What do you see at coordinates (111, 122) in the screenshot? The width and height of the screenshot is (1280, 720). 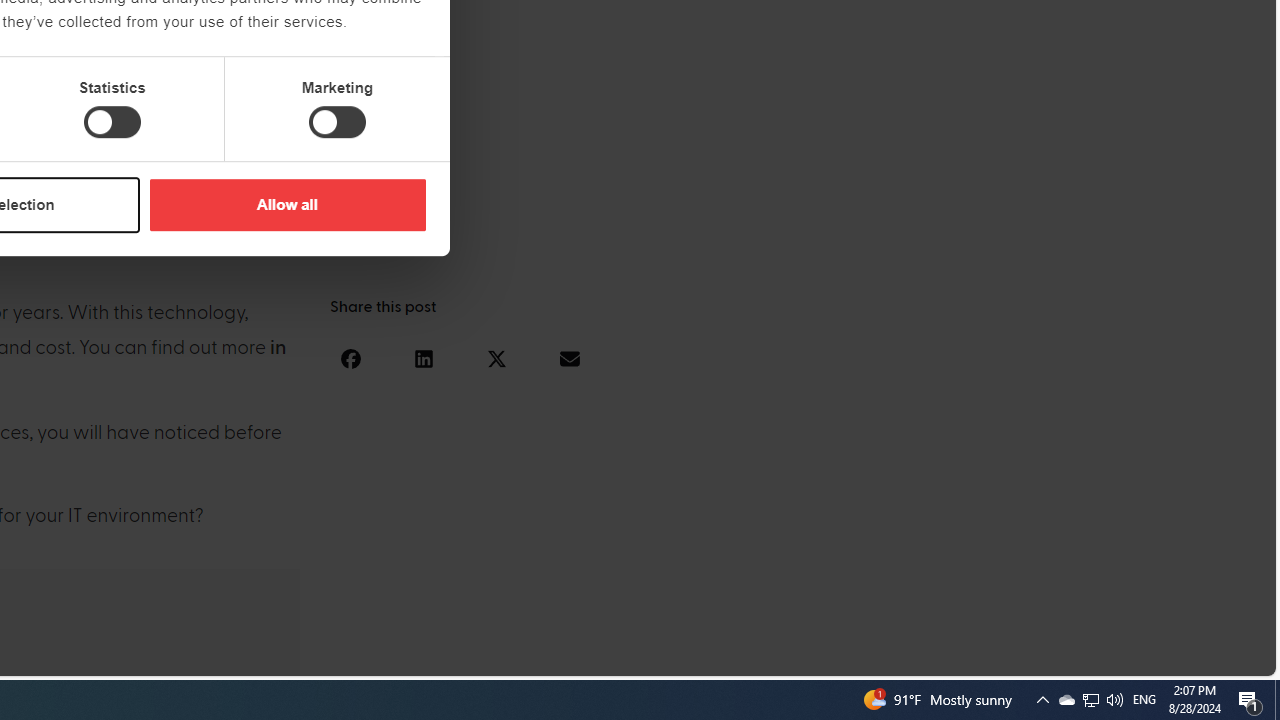 I see `'Statistics'` at bounding box center [111, 122].